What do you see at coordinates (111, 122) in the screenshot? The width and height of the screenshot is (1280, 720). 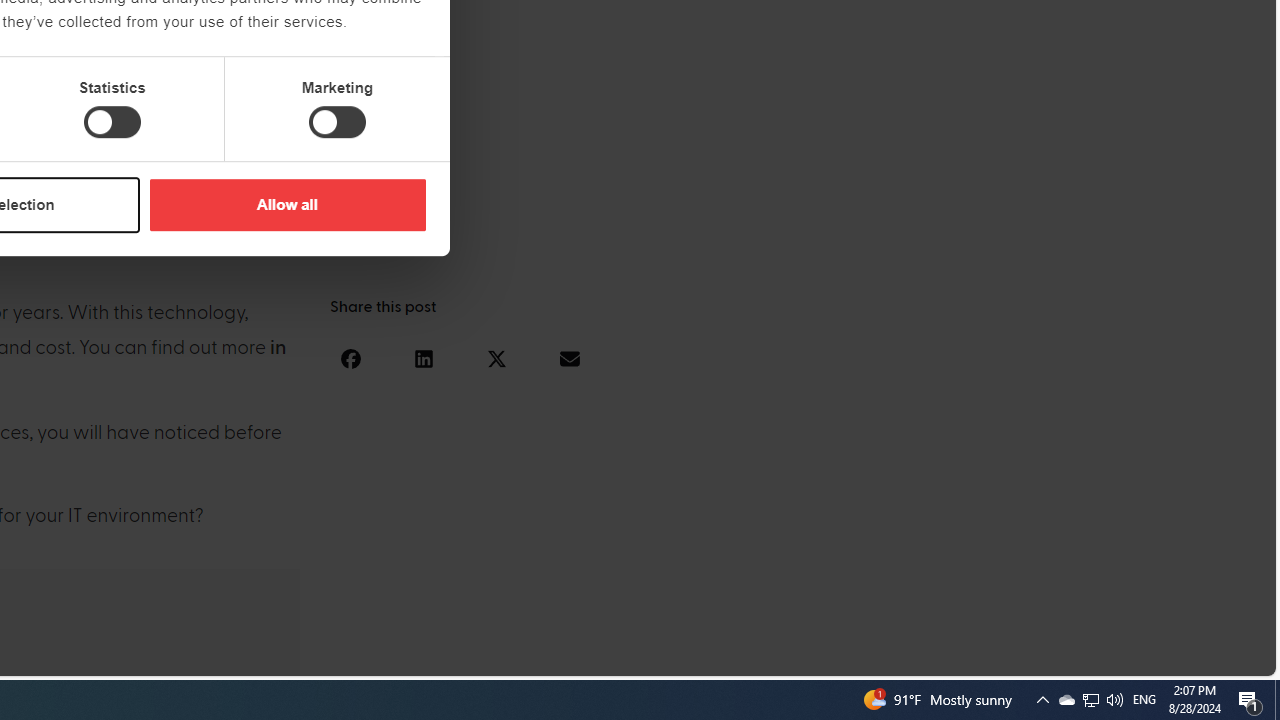 I see `'Statistics'` at bounding box center [111, 122].